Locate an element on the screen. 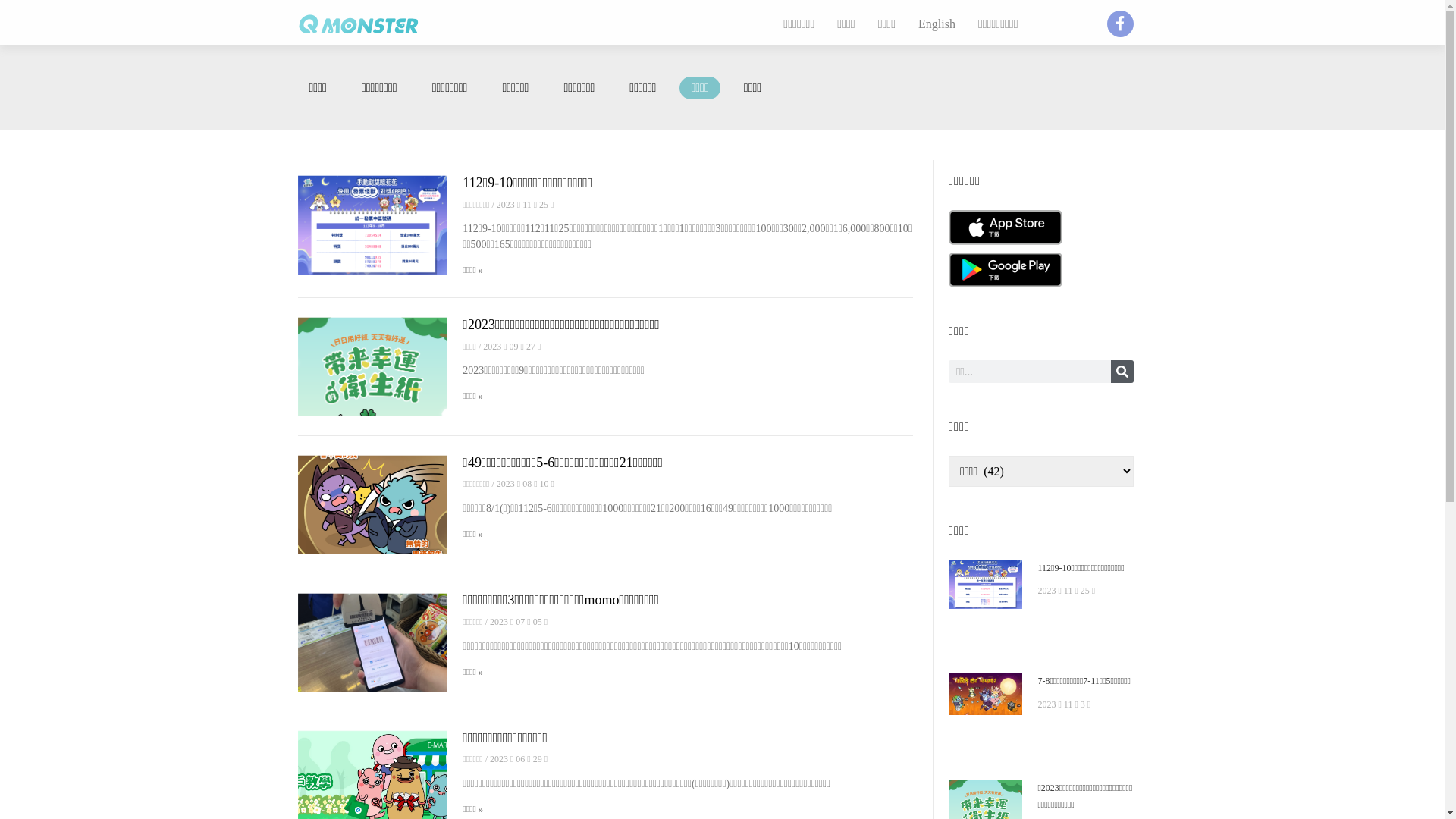  'English' is located at coordinates (936, 24).